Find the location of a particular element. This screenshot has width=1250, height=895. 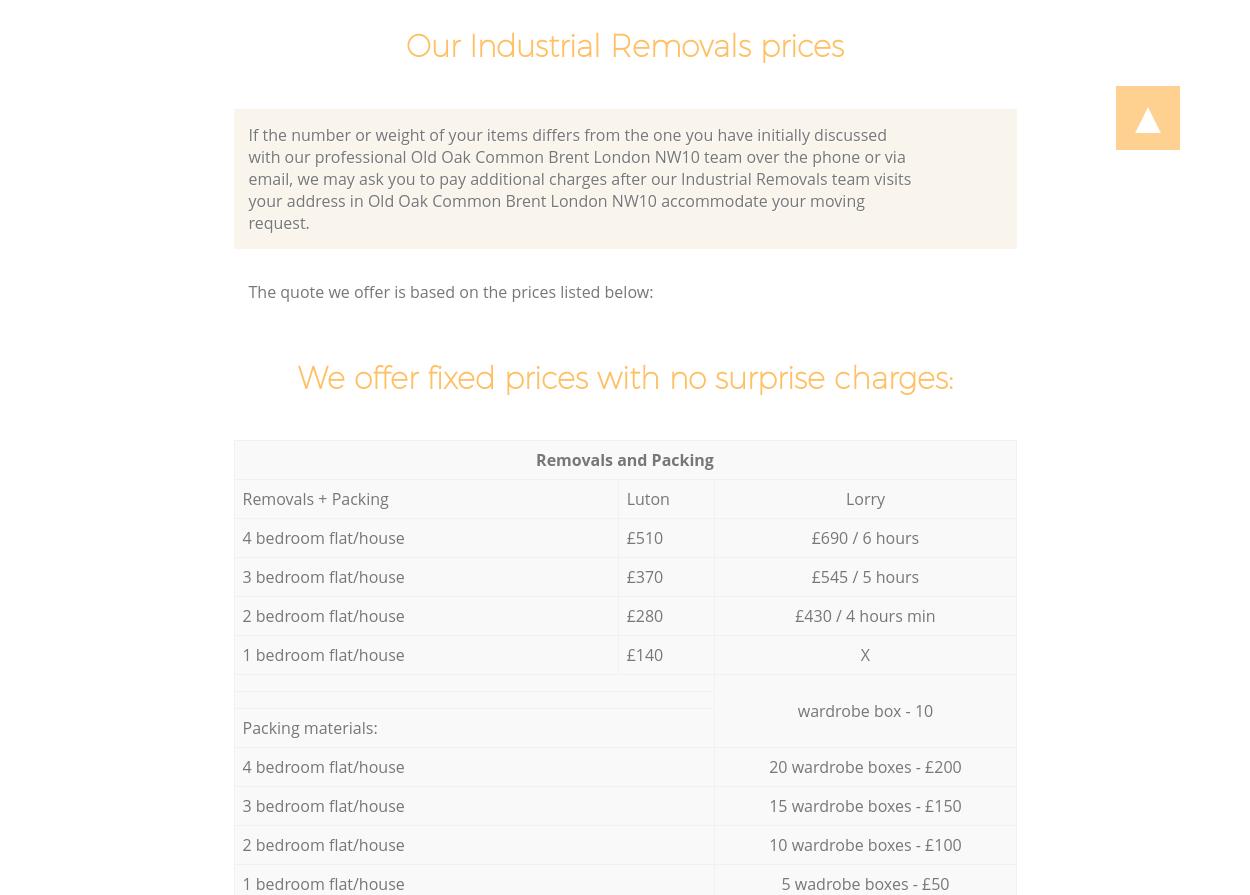

'Removals + Packing' is located at coordinates (314, 497).